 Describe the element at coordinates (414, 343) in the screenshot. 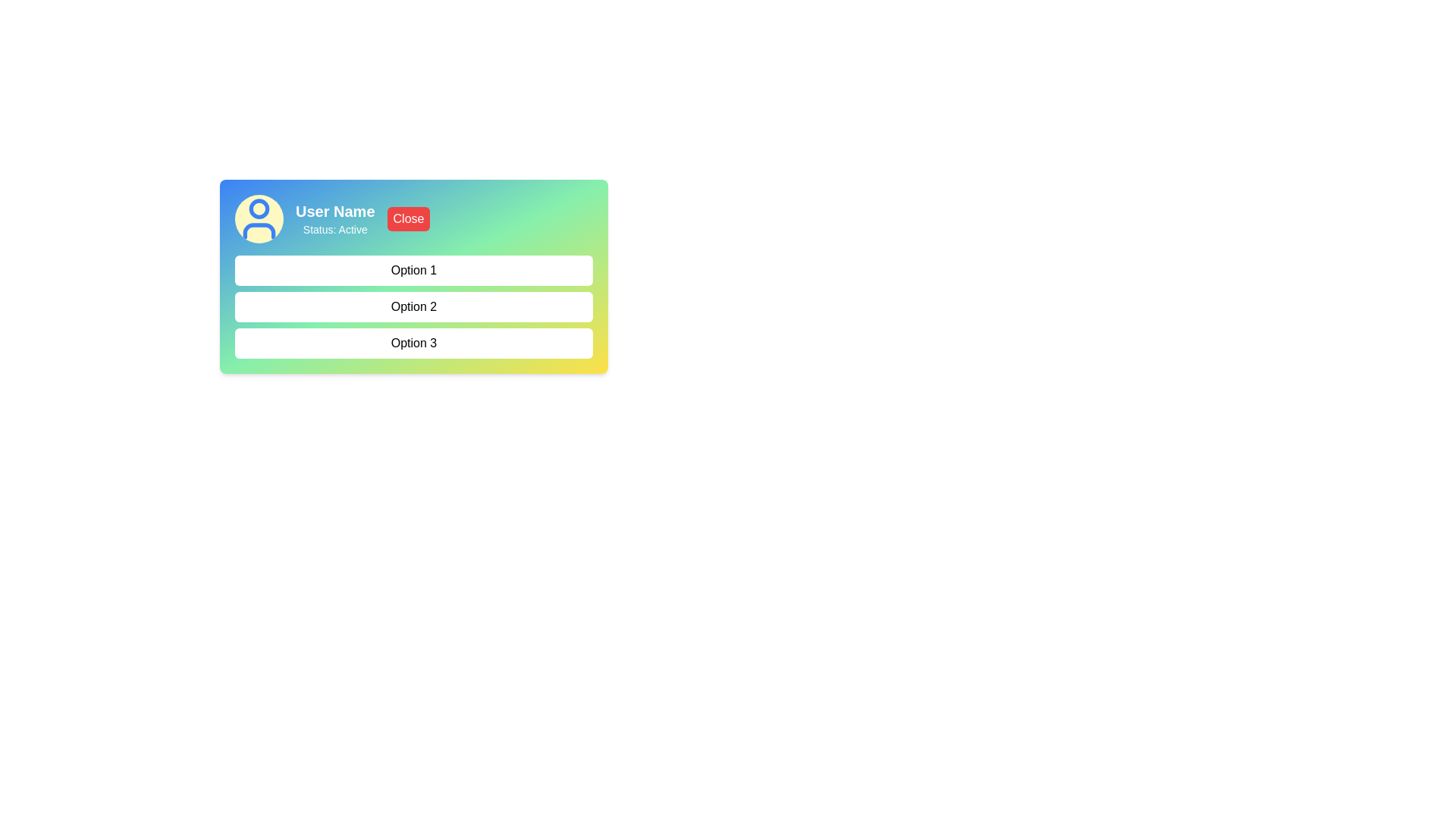

I see `the interactive button labeled 'Option 3' to initiate an action` at that location.